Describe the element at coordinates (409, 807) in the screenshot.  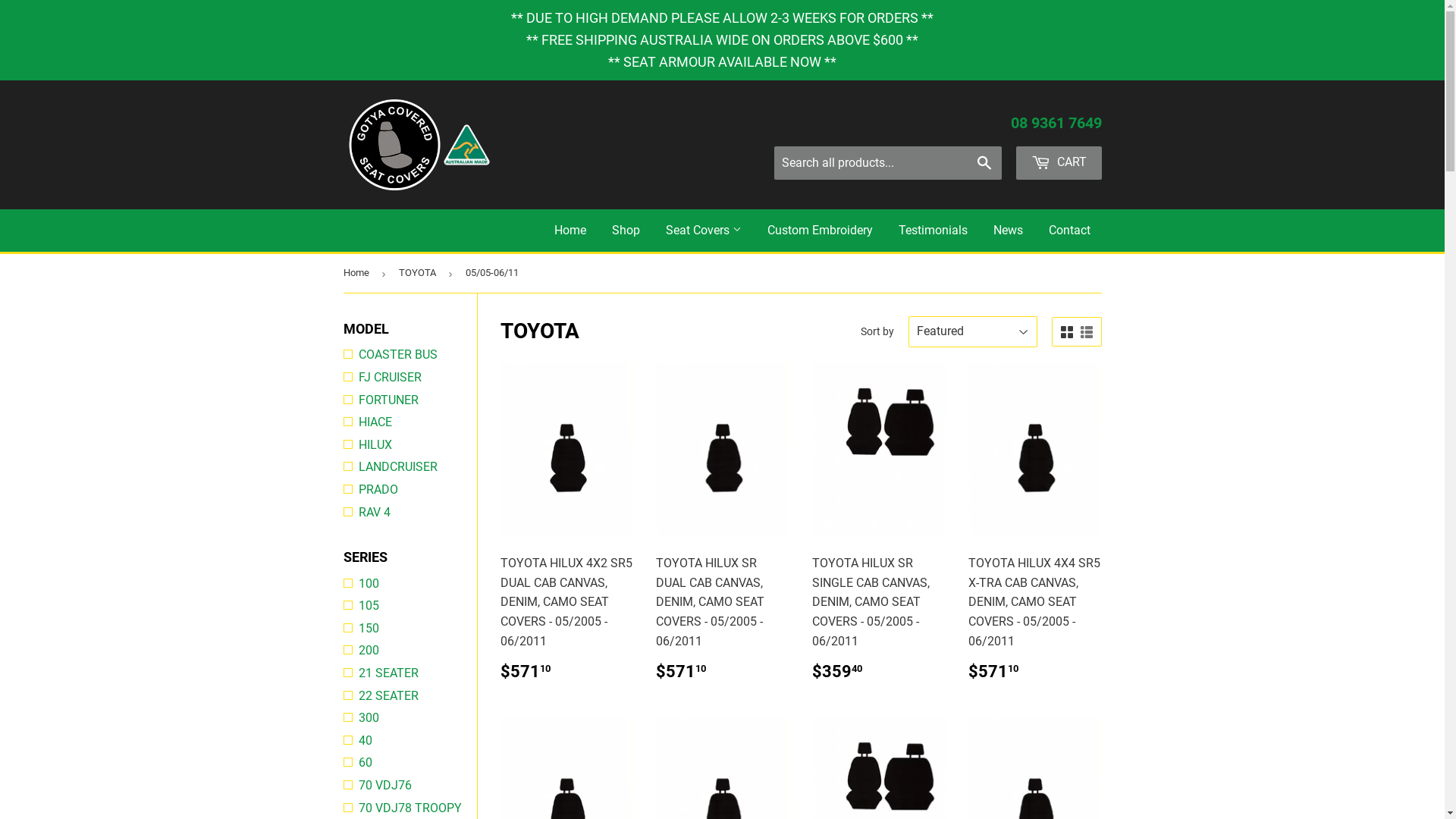
I see `'70 VDJ78 TROOPY'` at that location.